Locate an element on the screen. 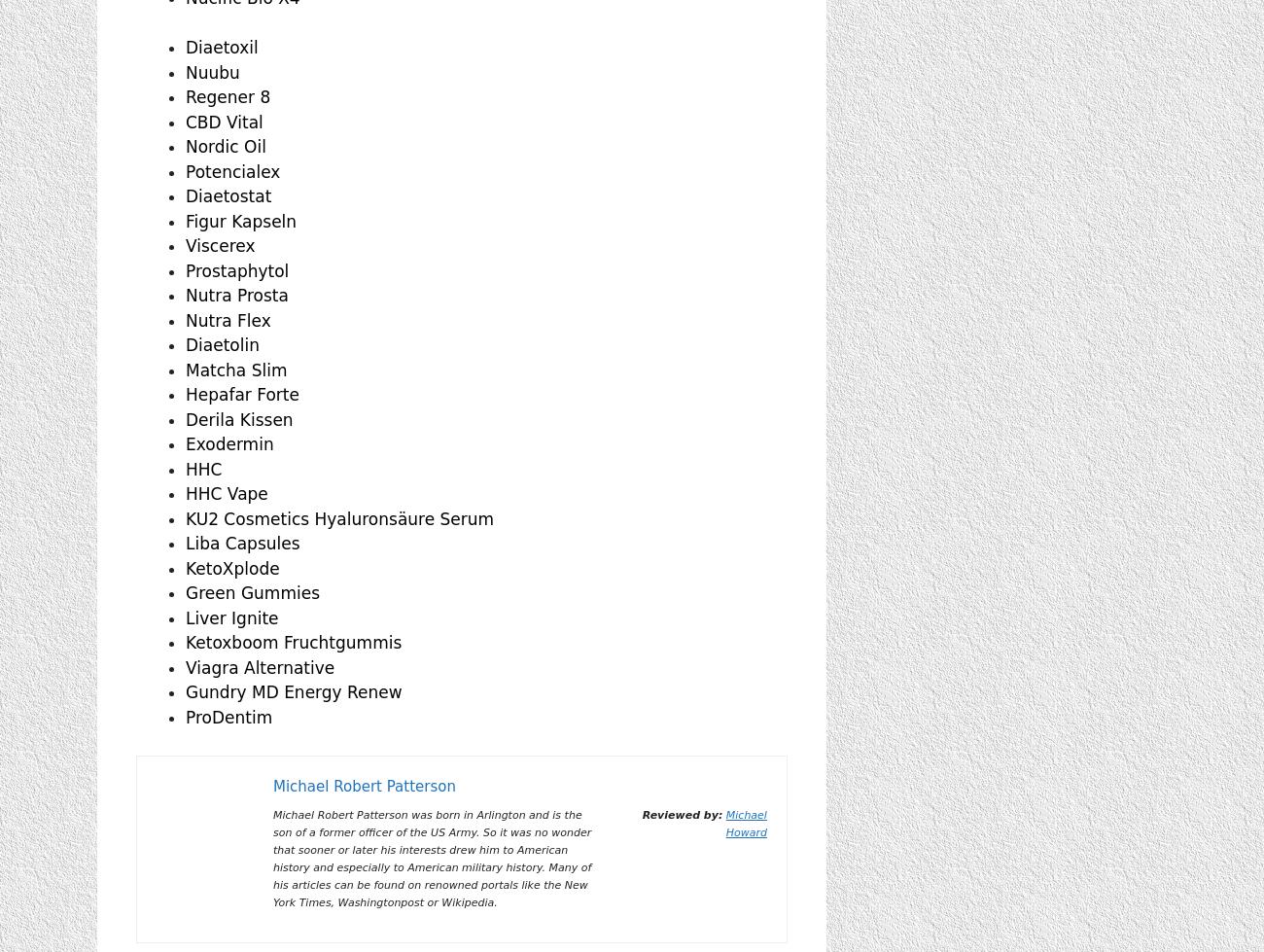 Image resolution: width=1264 pixels, height=952 pixels. 'KU2 Cosmetics Hyaluronsäure Serum' is located at coordinates (338, 516).